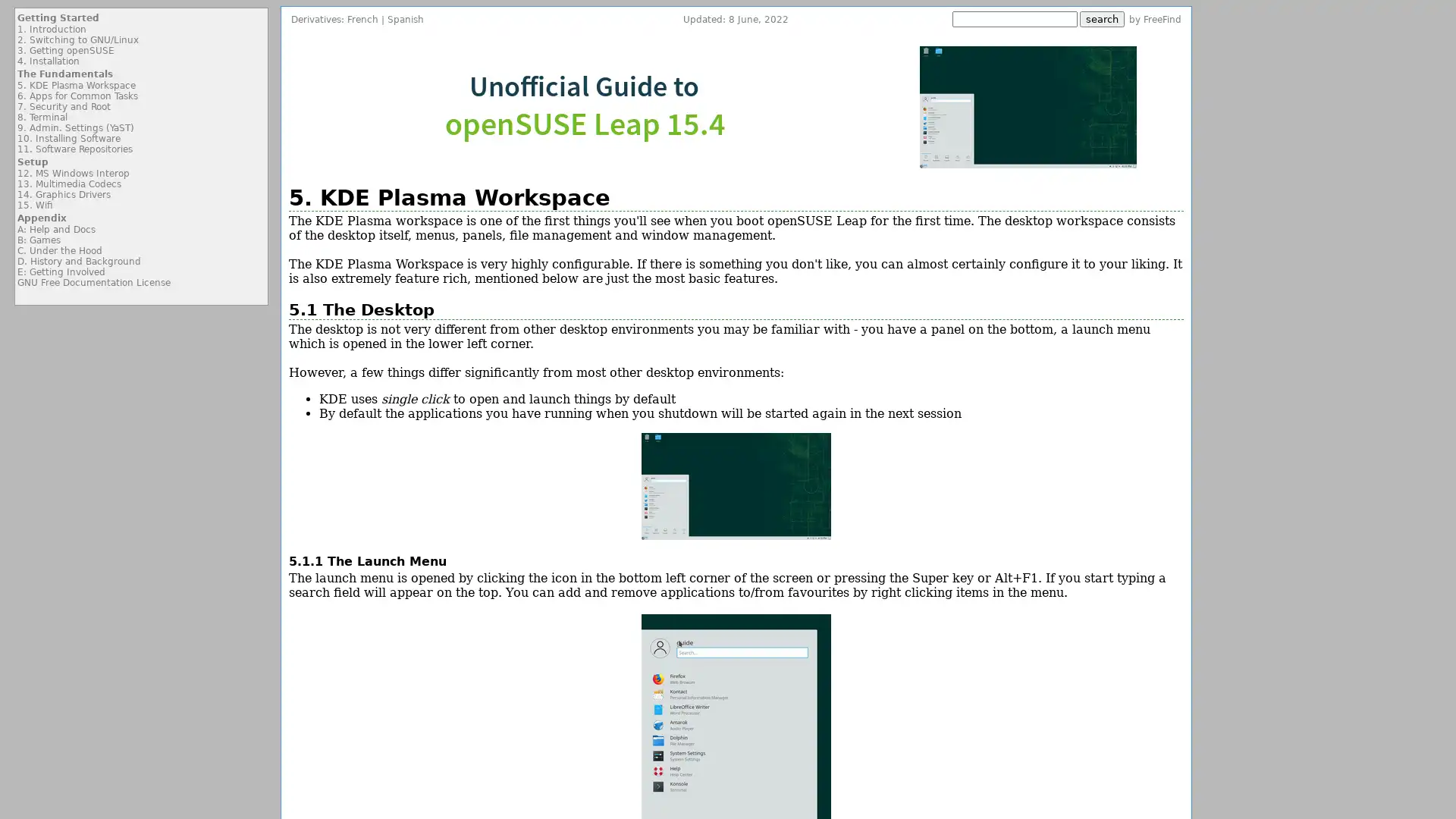 The width and height of the screenshot is (1456, 819). I want to click on search, so click(1102, 19).